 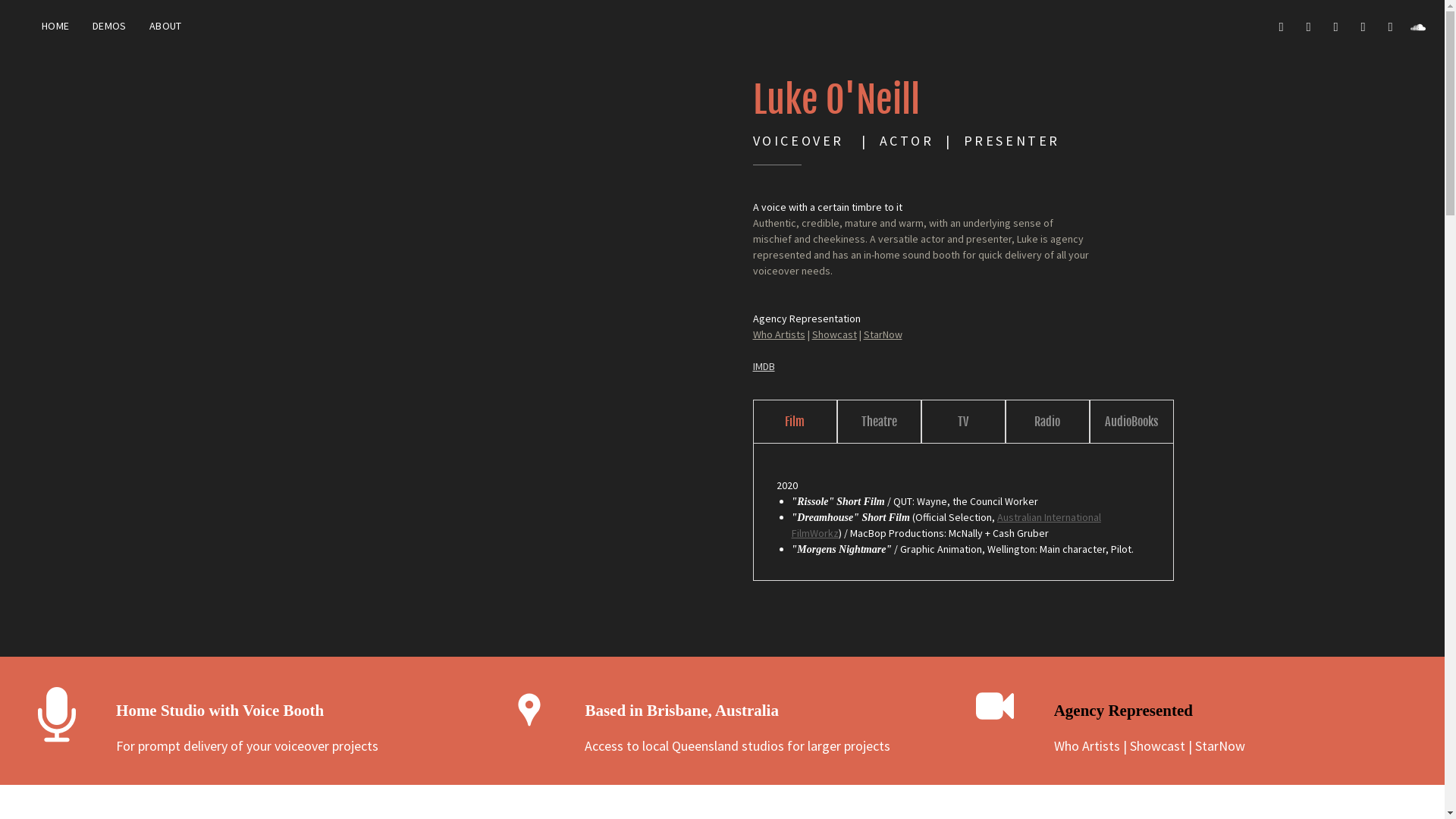 What do you see at coordinates (80, 26) in the screenshot?
I see `'DEMOS'` at bounding box center [80, 26].